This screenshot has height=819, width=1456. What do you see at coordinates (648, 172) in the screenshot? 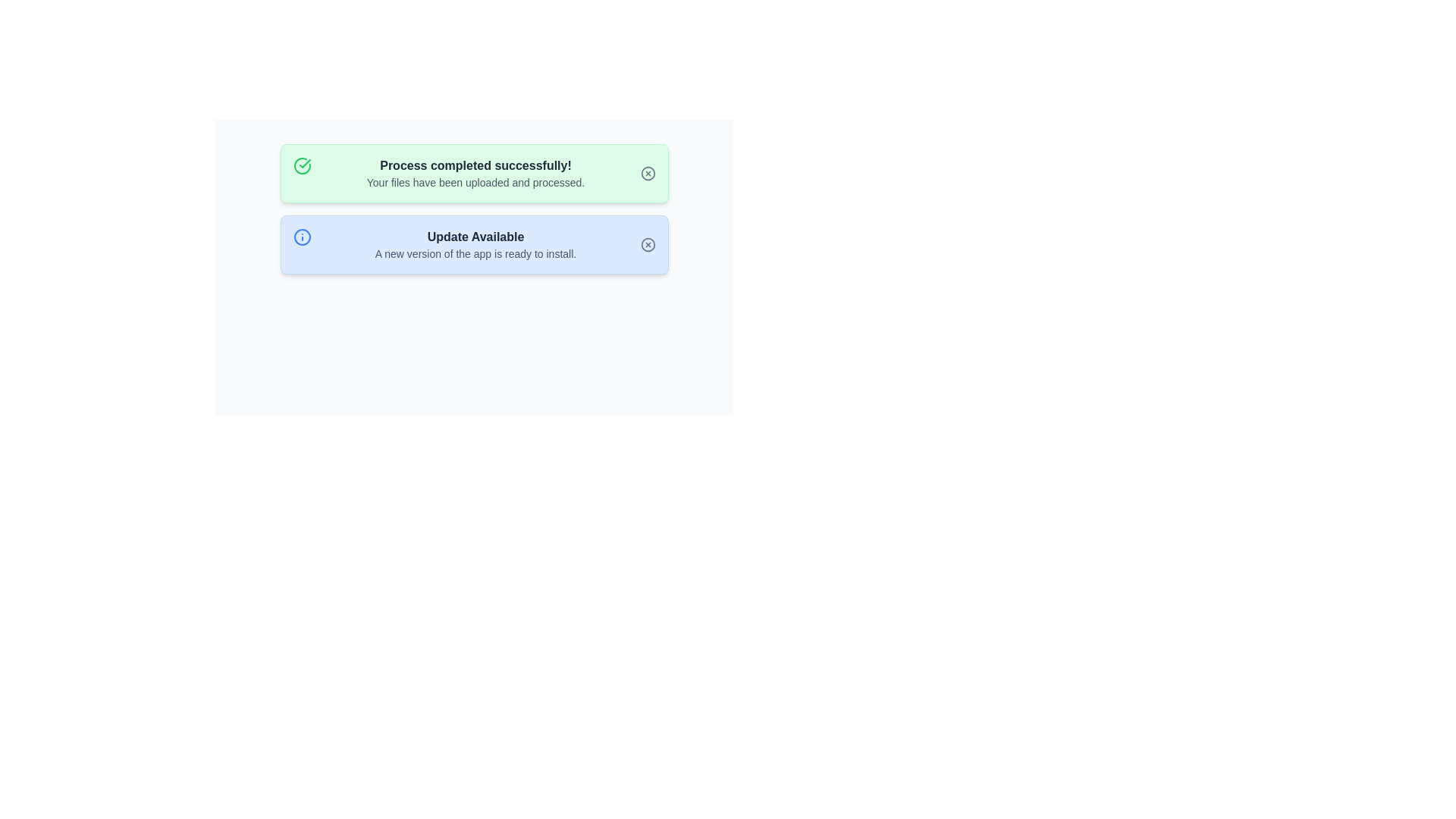
I see `the Circular dismiss icon located at the top-right corner of the green notification banner` at bounding box center [648, 172].